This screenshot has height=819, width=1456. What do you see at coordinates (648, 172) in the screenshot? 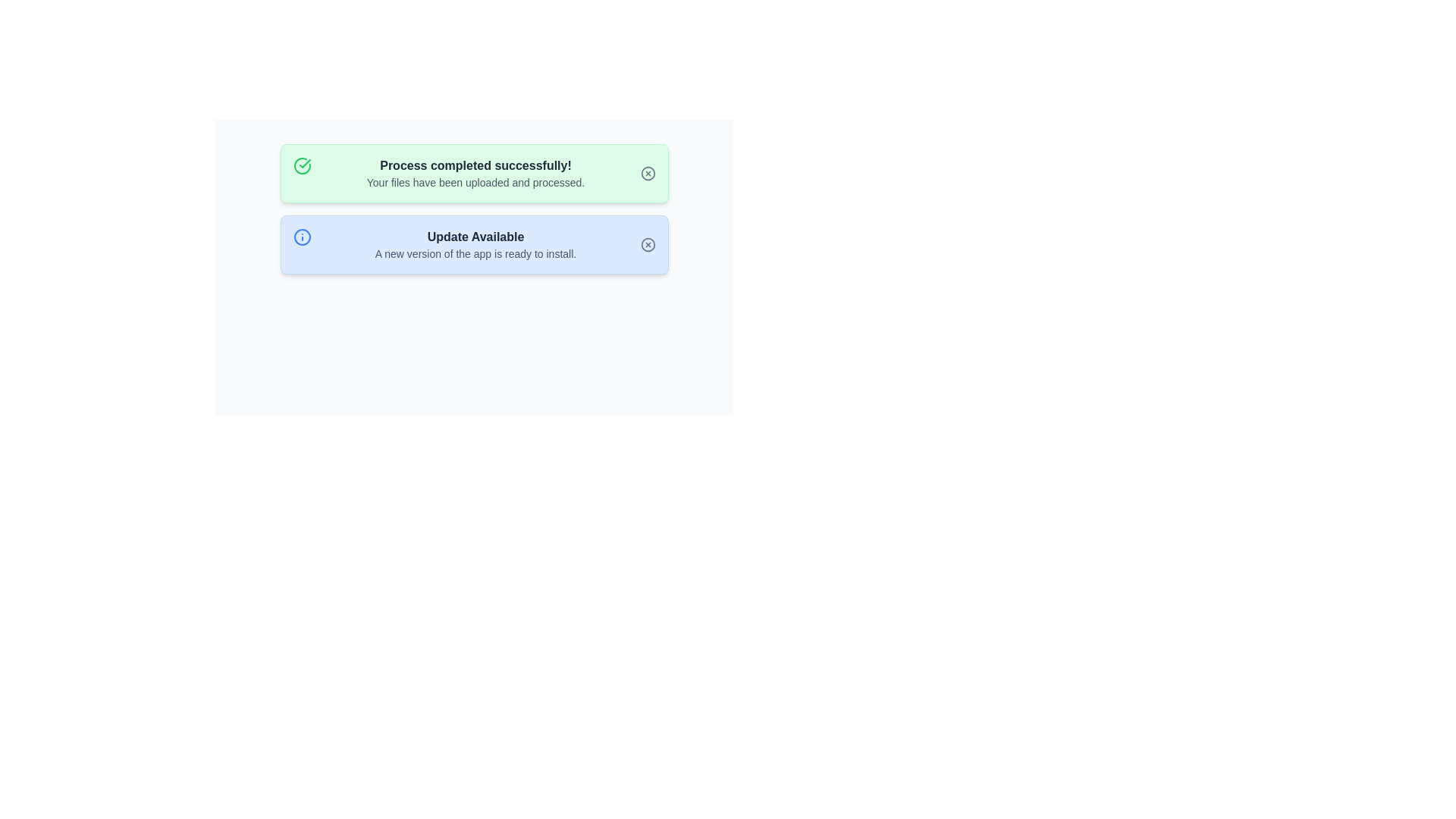
I see `the Circular dismiss icon located at the top-right corner of the green notification banner` at bounding box center [648, 172].